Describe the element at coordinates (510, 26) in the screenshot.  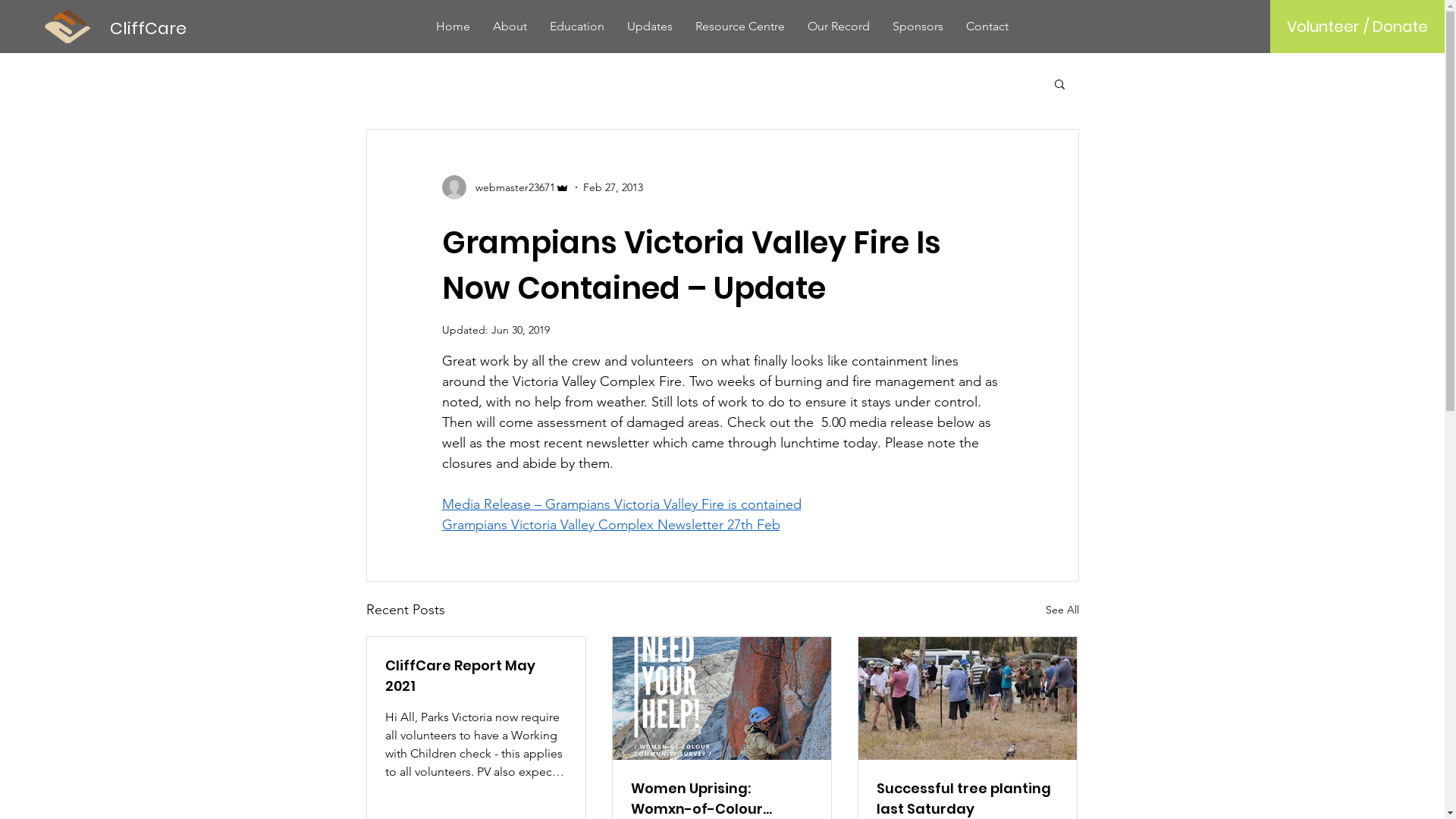
I see `'About'` at that location.